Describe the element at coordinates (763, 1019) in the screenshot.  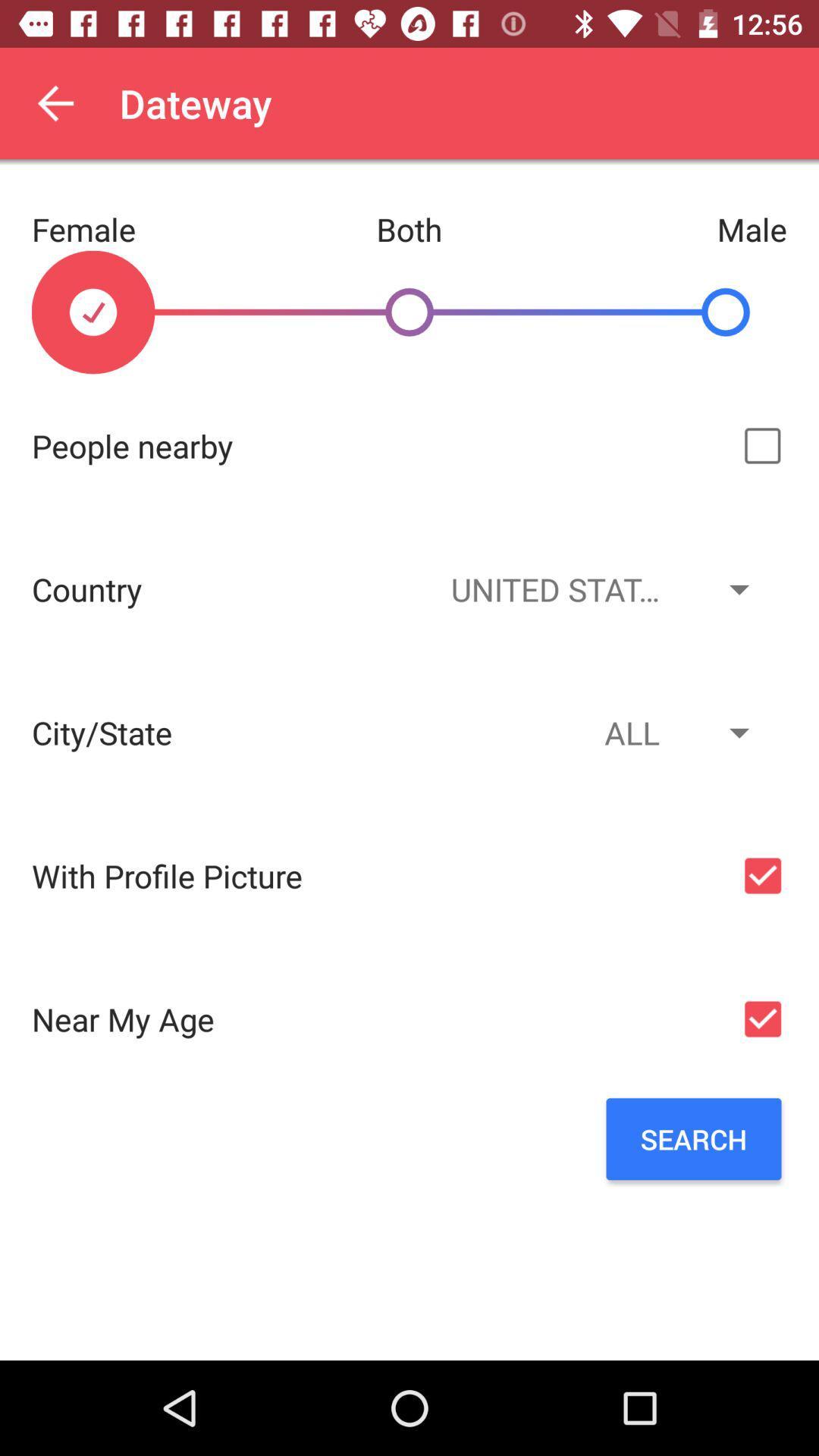
I see `the check box which is above search button on the page` at that location.